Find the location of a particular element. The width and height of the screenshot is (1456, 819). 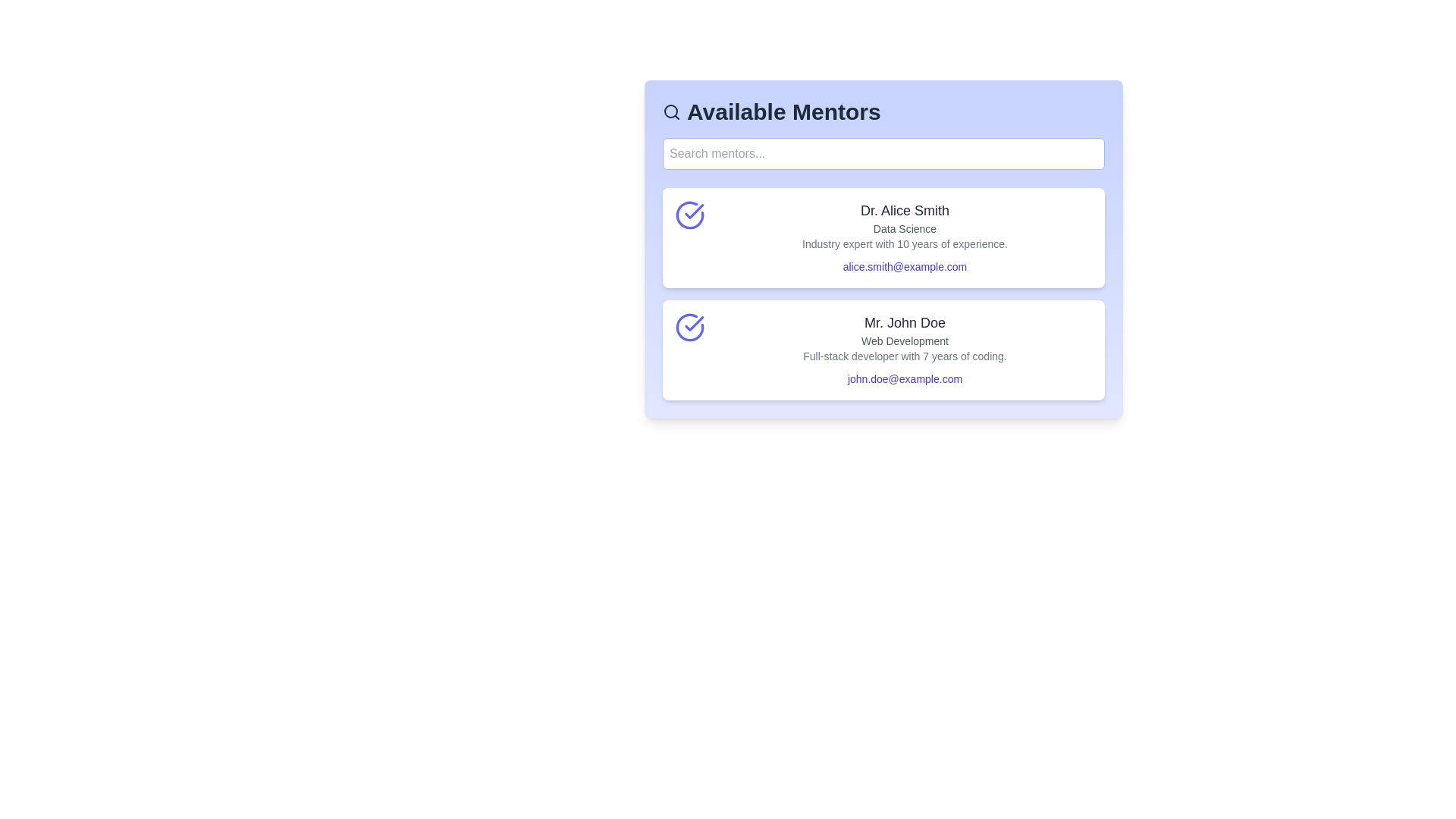

the email link for john.doe@example.com to open the email client is located at coordinates (905, 378).